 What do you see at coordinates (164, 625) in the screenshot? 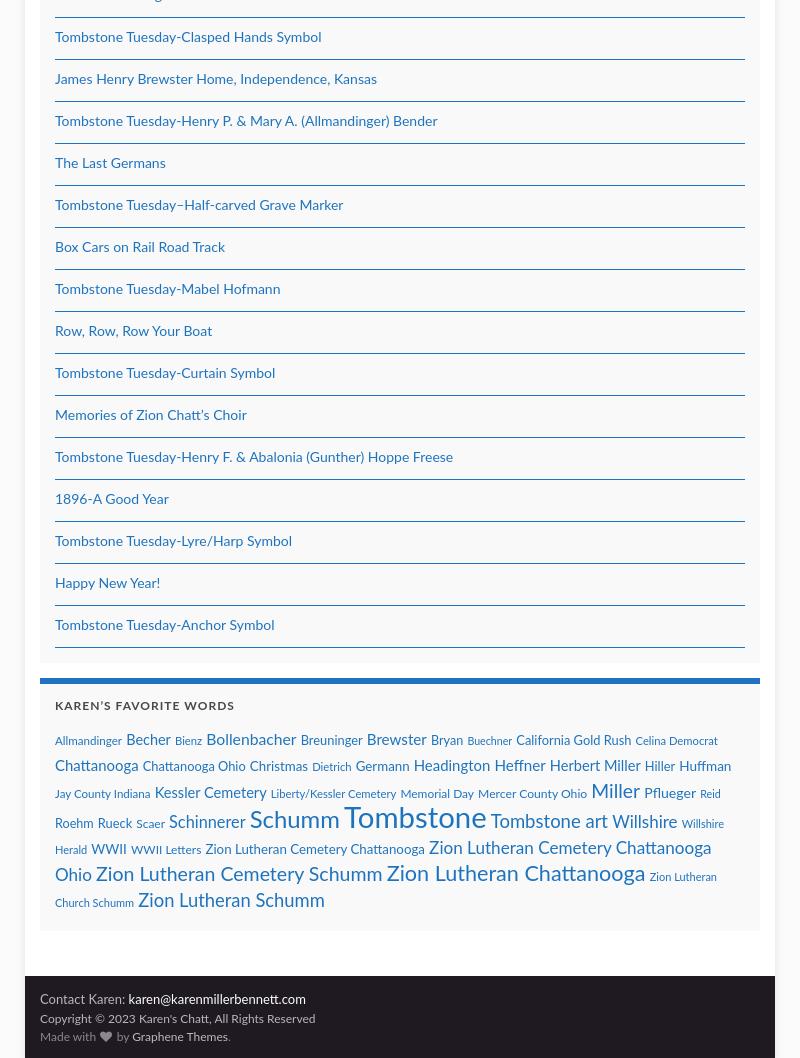
I see `'Tombstone Tuesday-Anchor Symbol'` at bounding box center [164, 625].